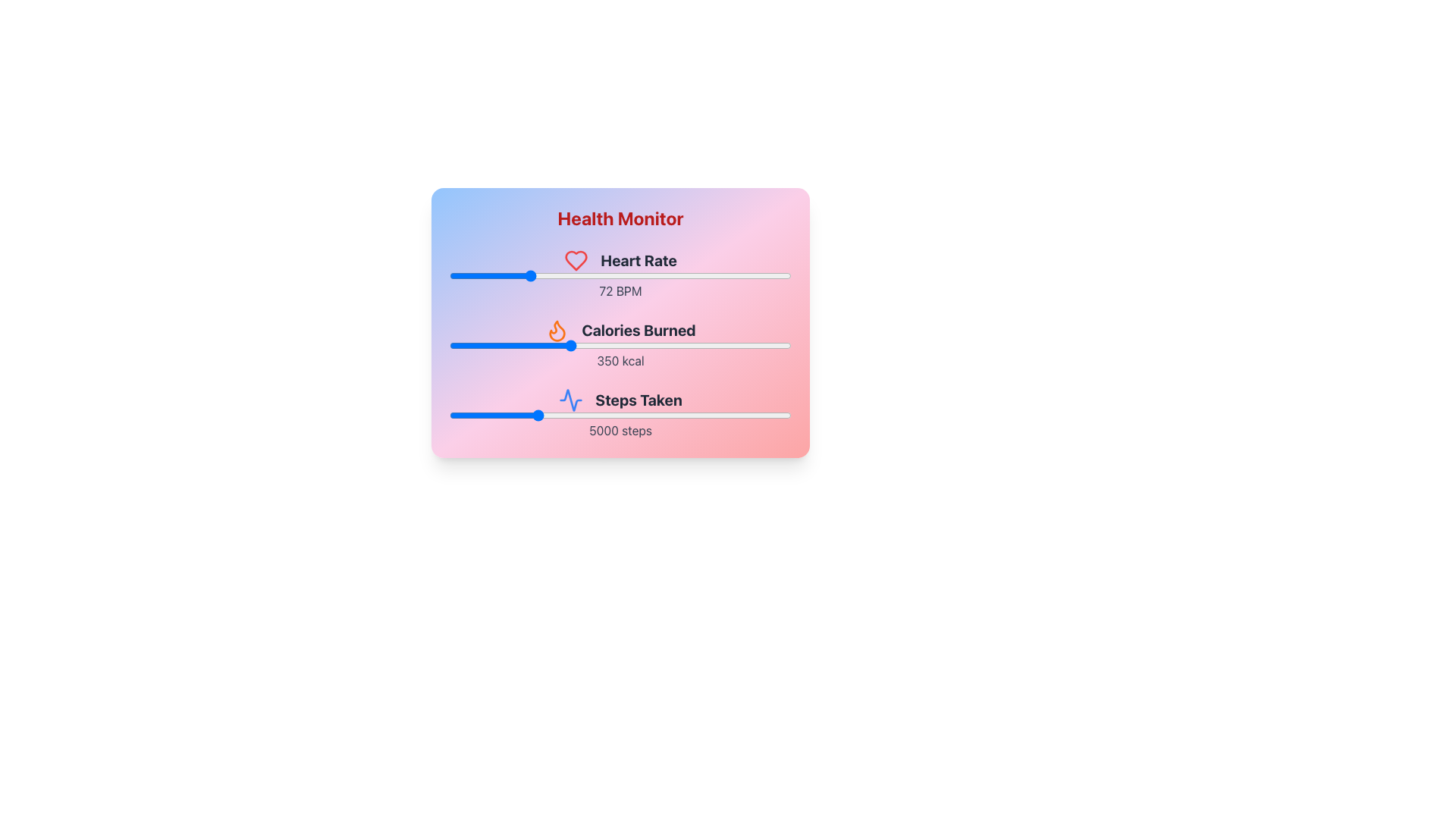 The width and height of the screenshot is (1456, 819). Describe the element at coordinates (701, 345) in the screenshot. I see `calories burned` at that location.